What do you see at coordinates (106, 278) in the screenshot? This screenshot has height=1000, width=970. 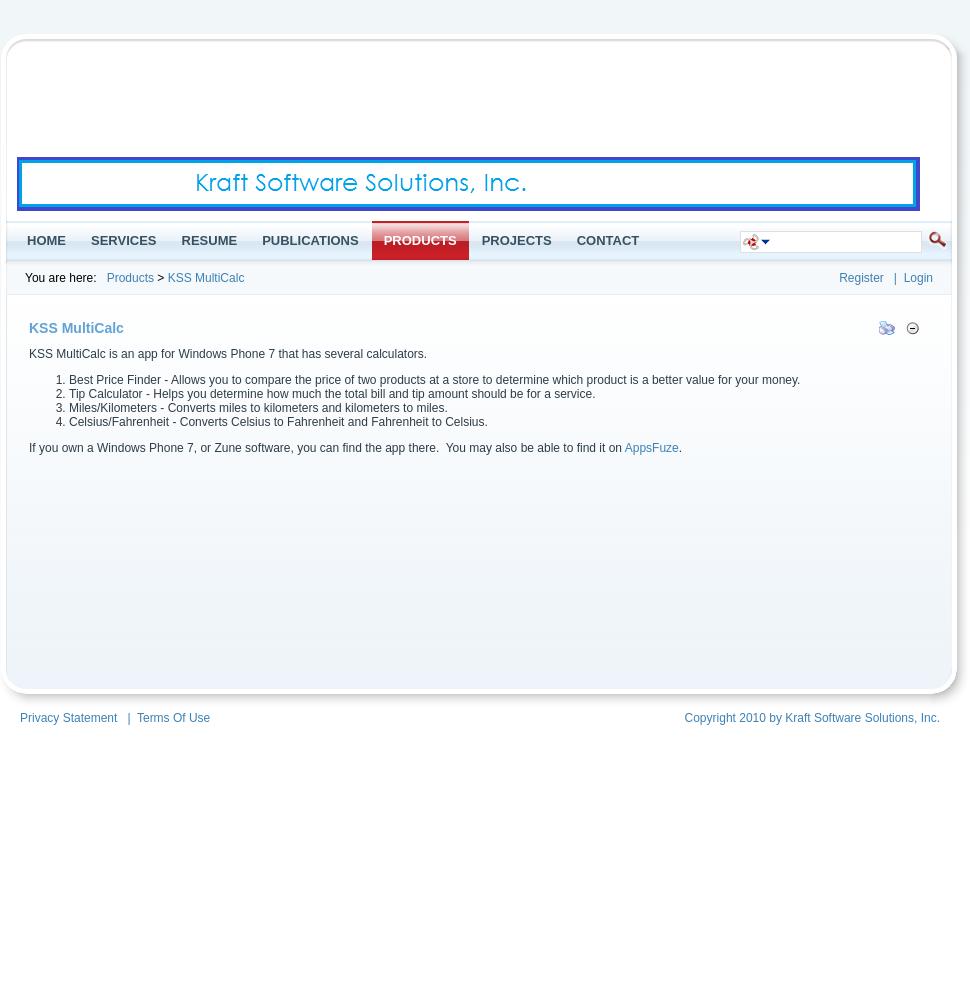 I see `'Products'` at bounding box center [106, 278].